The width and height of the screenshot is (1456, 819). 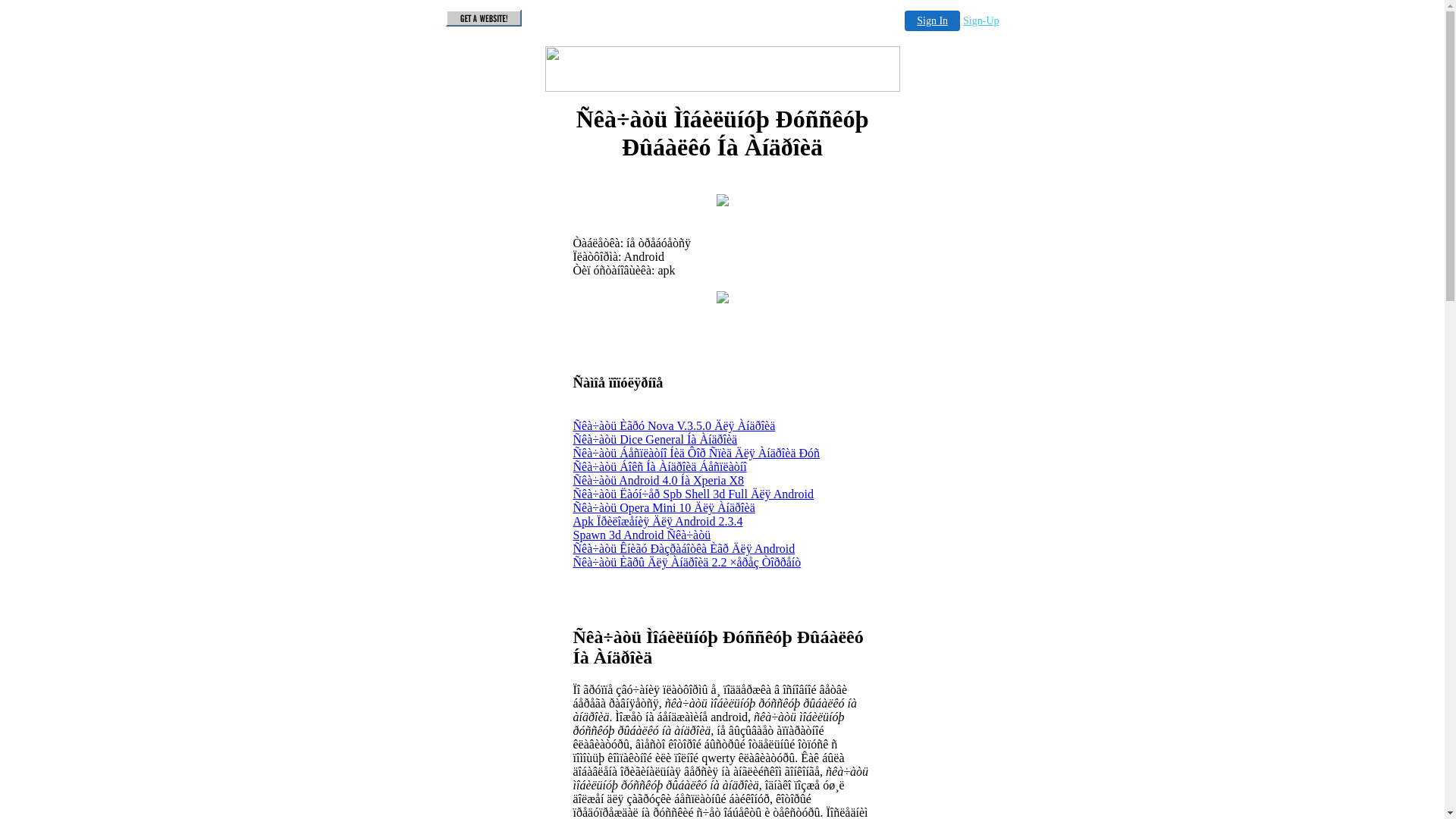 What do you see at coordinates (962, 20) in the screenshot?
I see `'Sign-Up'` at bounding box center [962, 20].